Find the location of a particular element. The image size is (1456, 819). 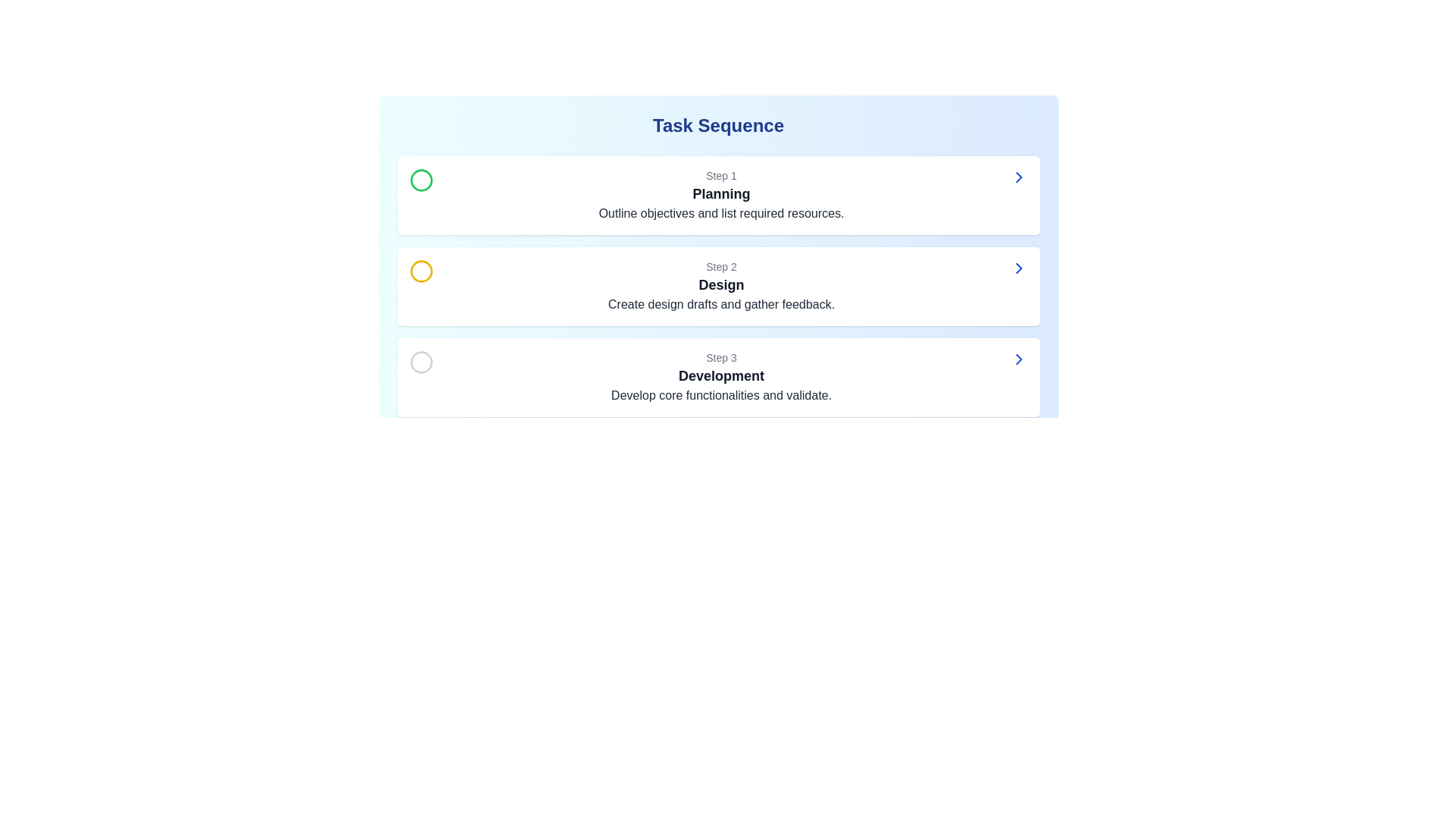

the circular state indicator icon located to the far left of the 'Step 3 Development' in the task sequence layout is located at coordinates (421, 362).